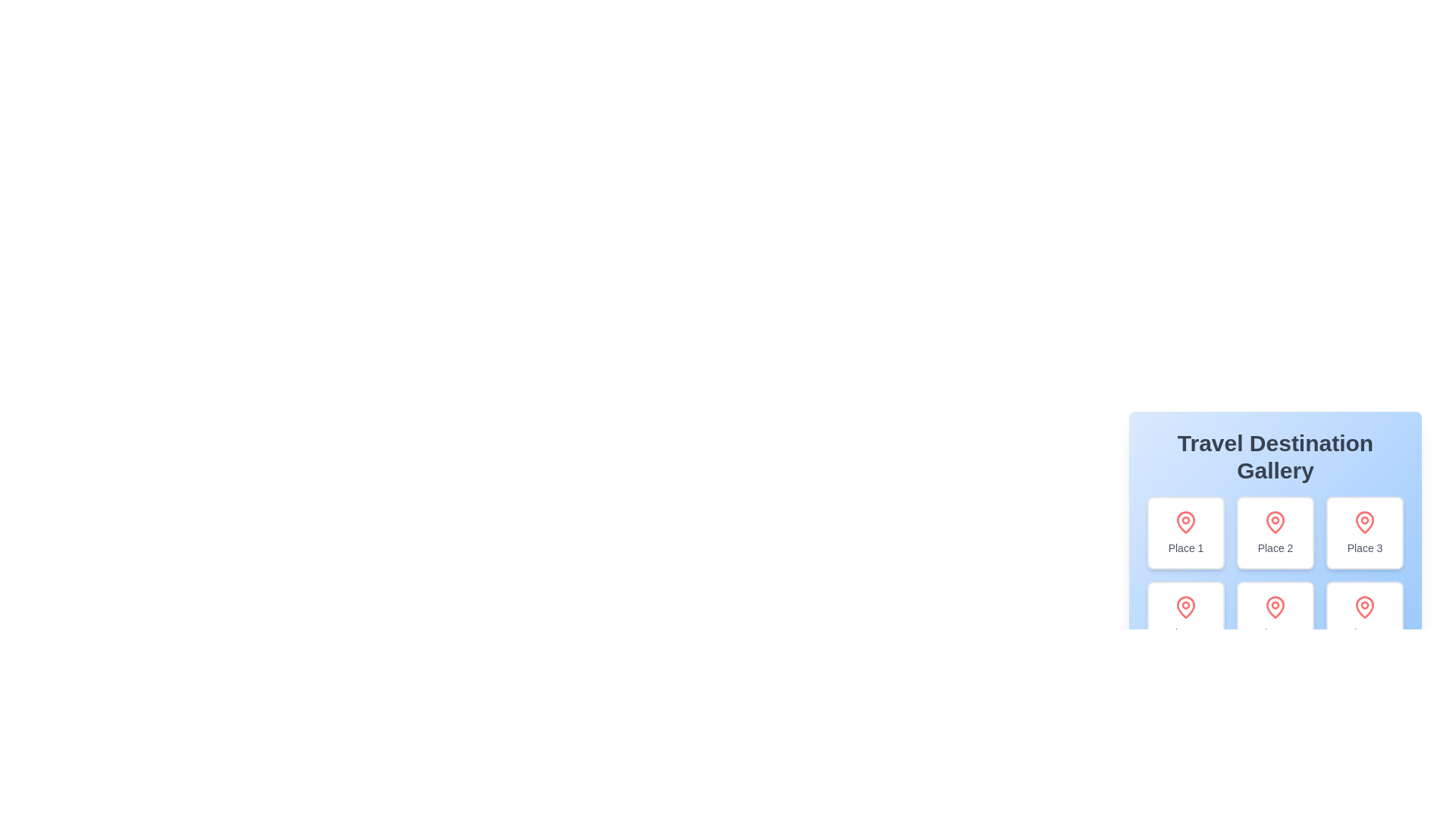  What do you see at coordinates (1274, 607) in the screenshot?
I see `the topmost icon within the card labeled 'Place 5', which is centrally aligned above the text label and surrounded by a rounded border` at bounding box center [1274, 607].